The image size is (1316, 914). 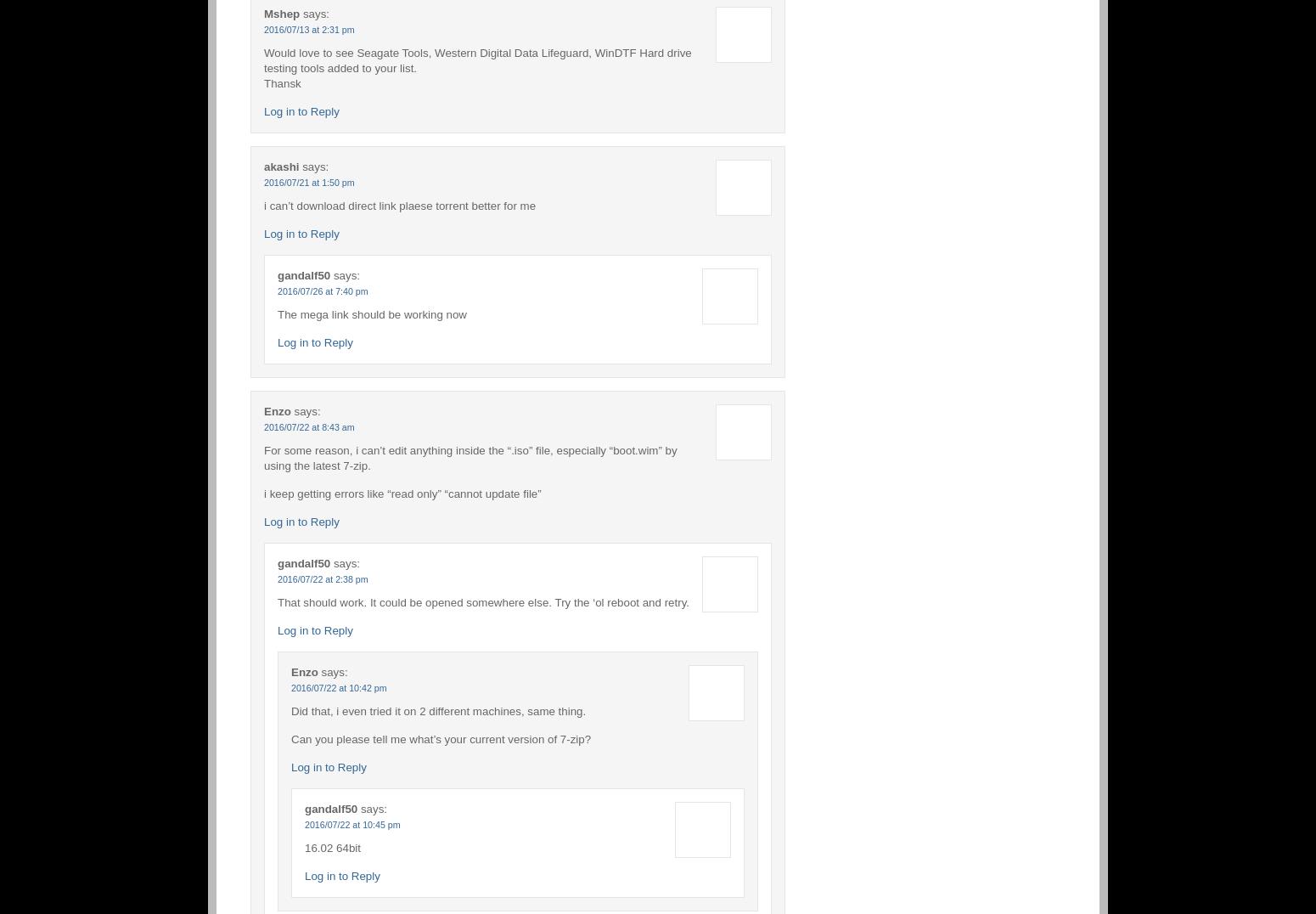 I want to click on '2016/07/21 at 1:50 pm', so click(x=307, y=181).